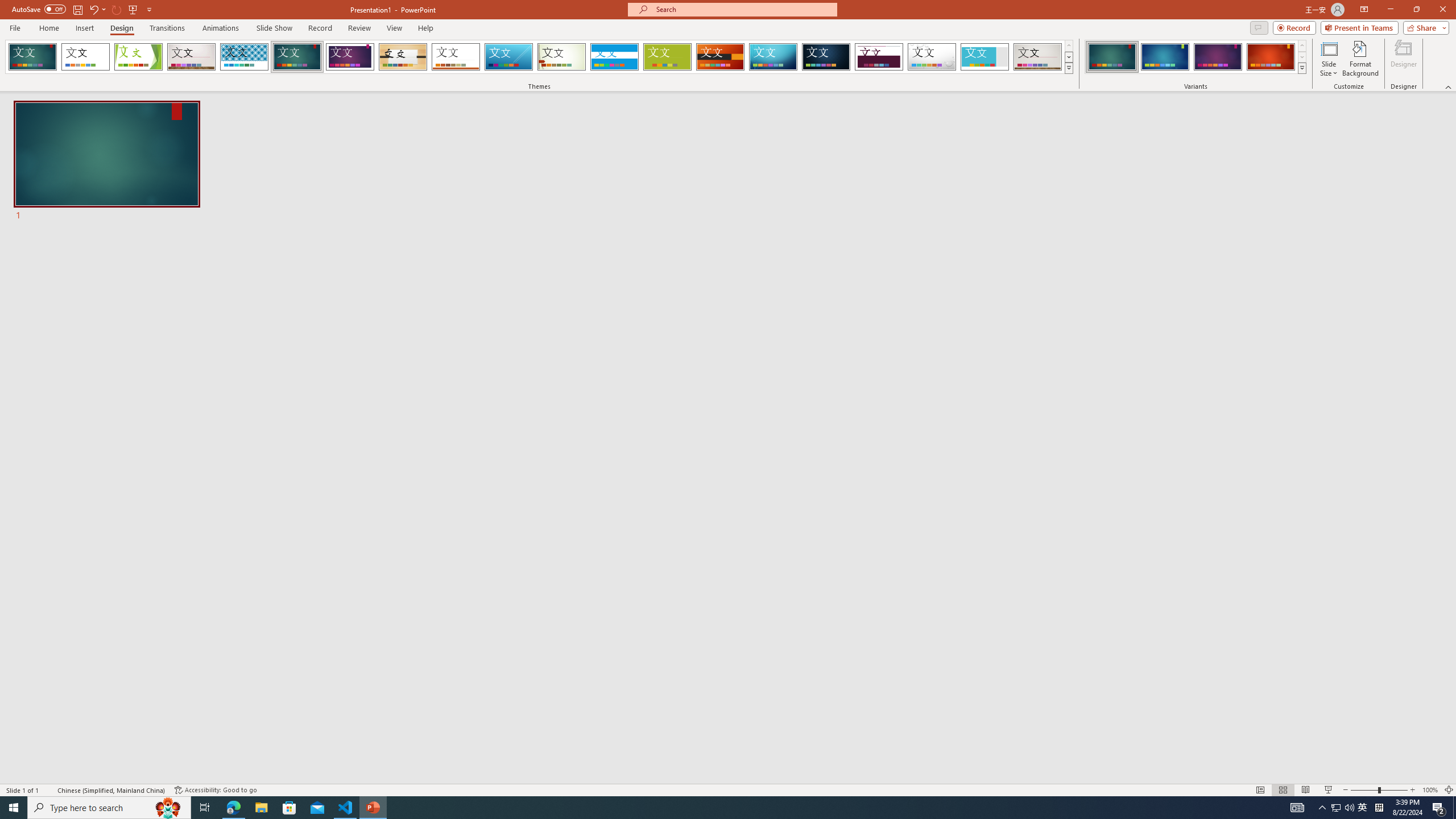  I want to click on 'Dividend Loading Preview...', so click(879, 56).